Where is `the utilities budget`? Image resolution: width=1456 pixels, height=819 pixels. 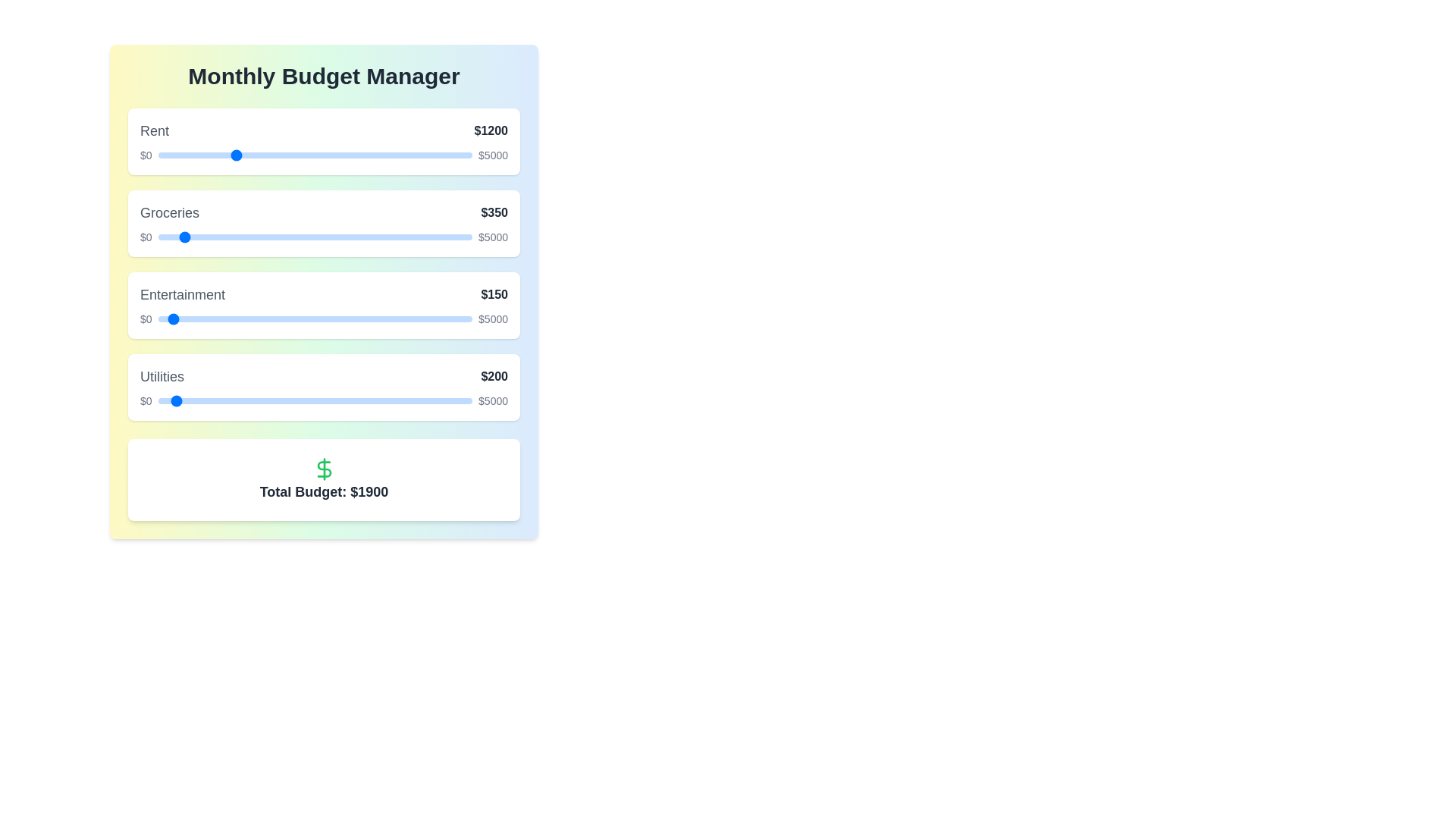
the utilities budget is located at coordinates (215, 400).